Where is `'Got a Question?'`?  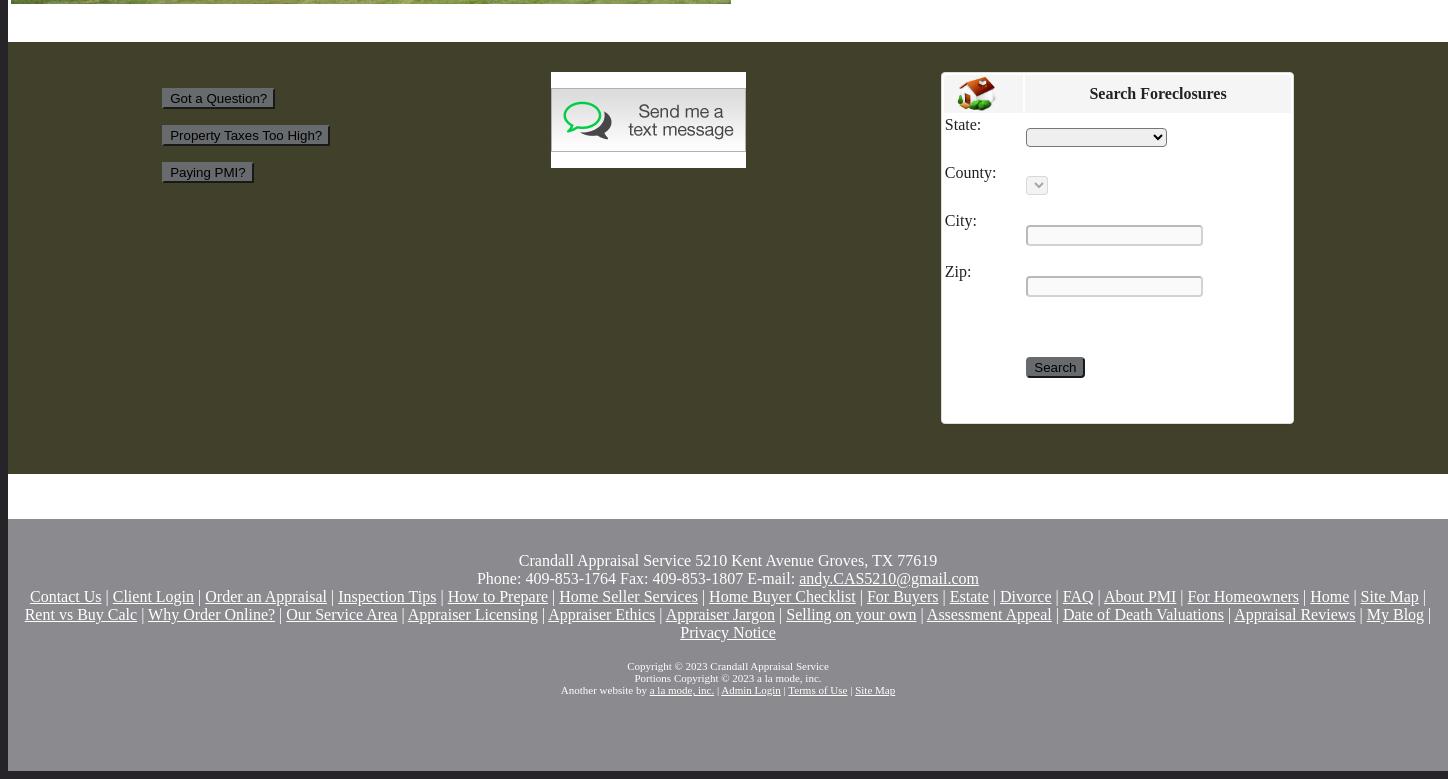 'Got a Question?' is located at coordinates (218, 97).